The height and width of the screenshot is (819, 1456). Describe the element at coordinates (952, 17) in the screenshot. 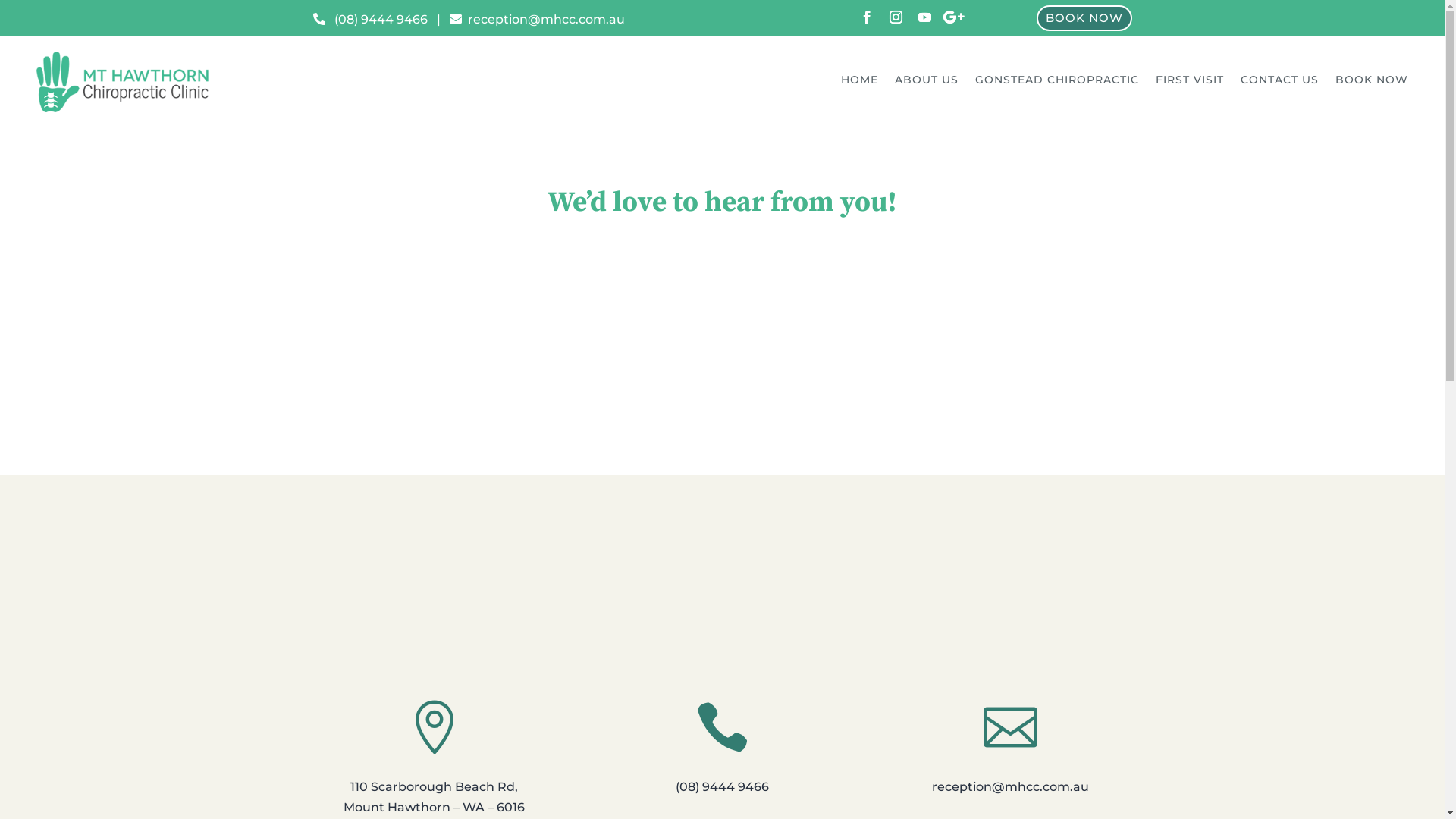

I see `'Follow on Google+'` at that location.